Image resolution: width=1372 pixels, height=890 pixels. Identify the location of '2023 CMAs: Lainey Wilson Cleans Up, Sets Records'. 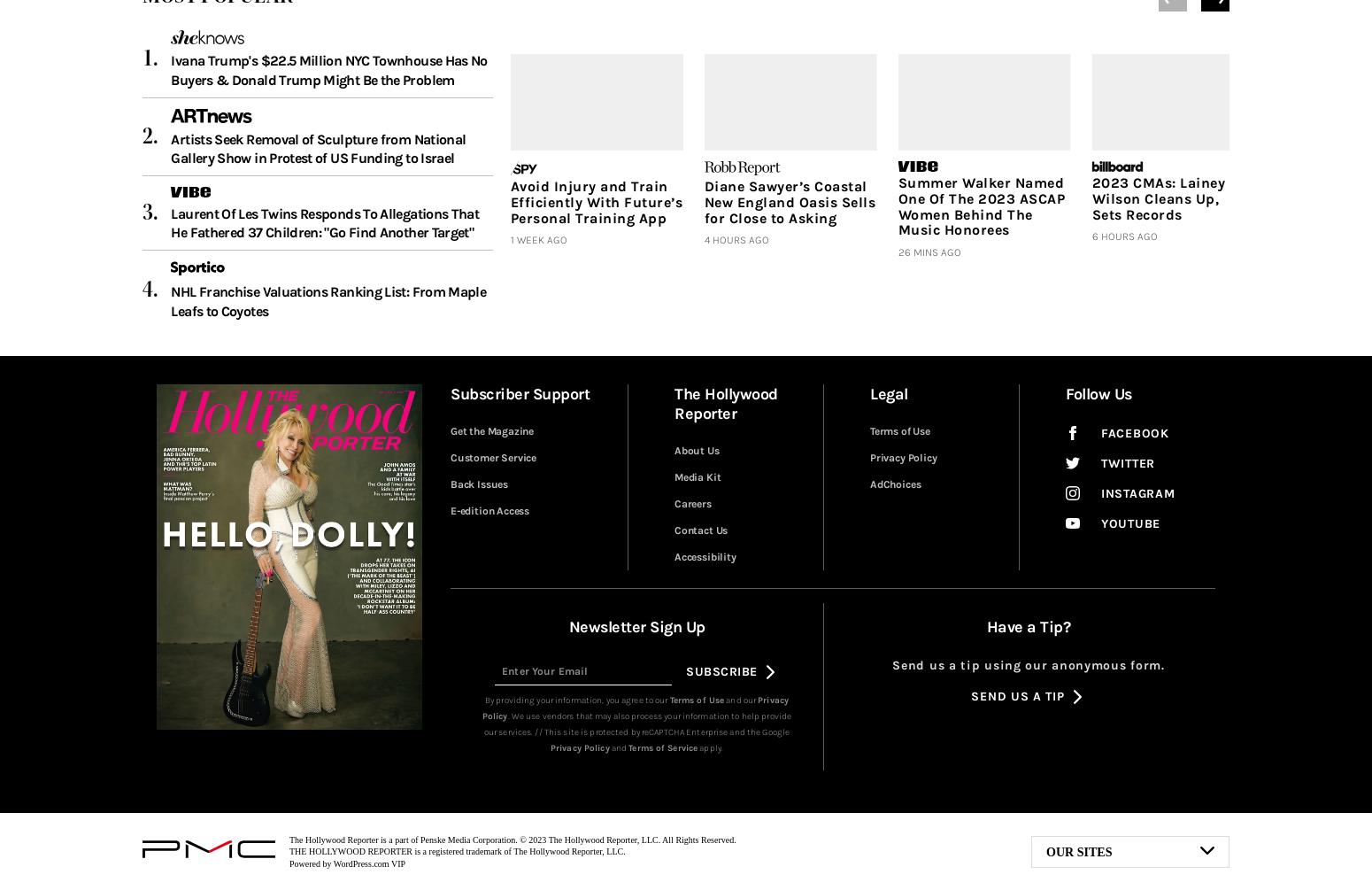
(1091, 197).